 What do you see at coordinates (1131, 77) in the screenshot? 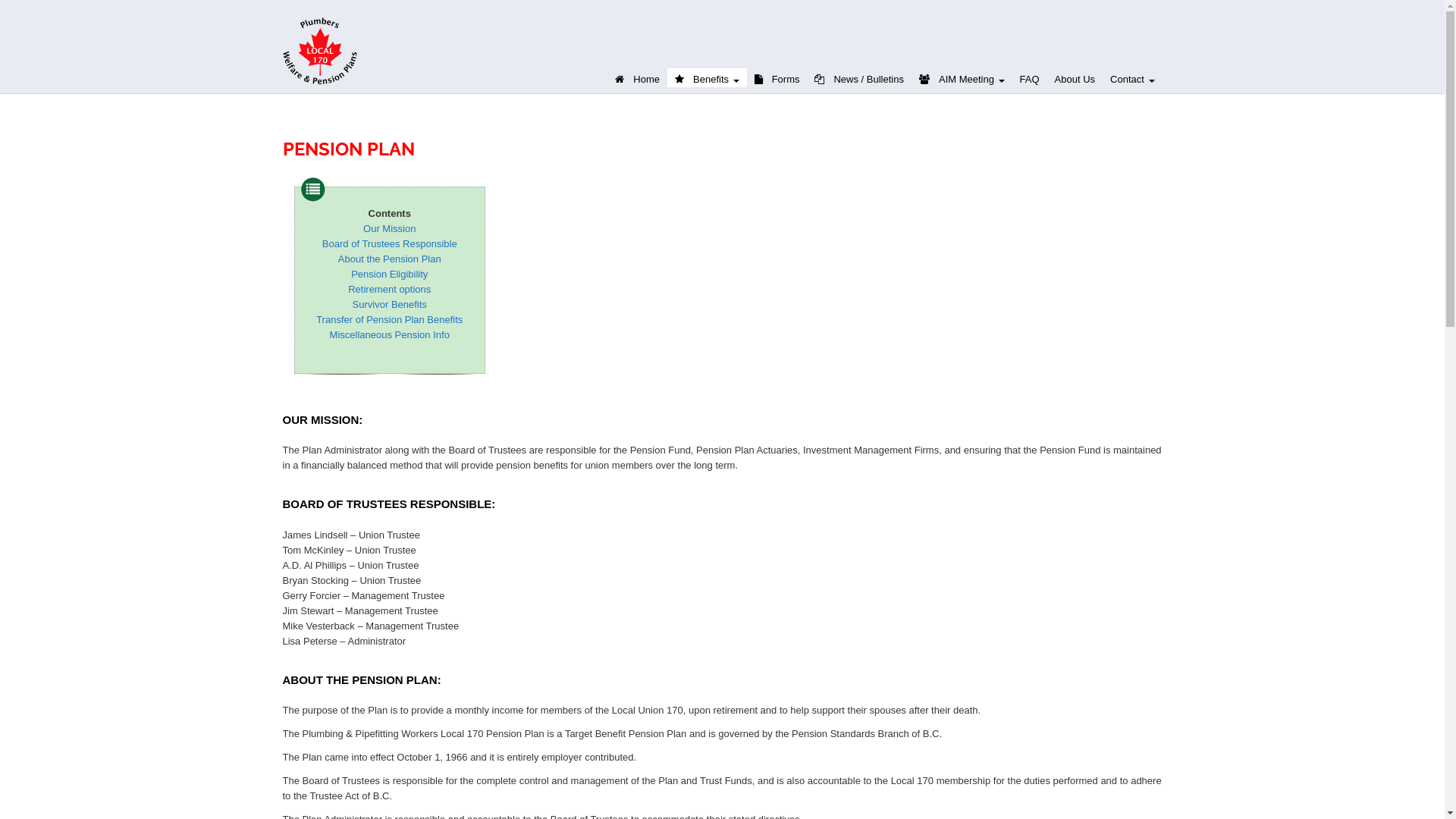
I see `'Contact'` at bounding box center [1131, 77].